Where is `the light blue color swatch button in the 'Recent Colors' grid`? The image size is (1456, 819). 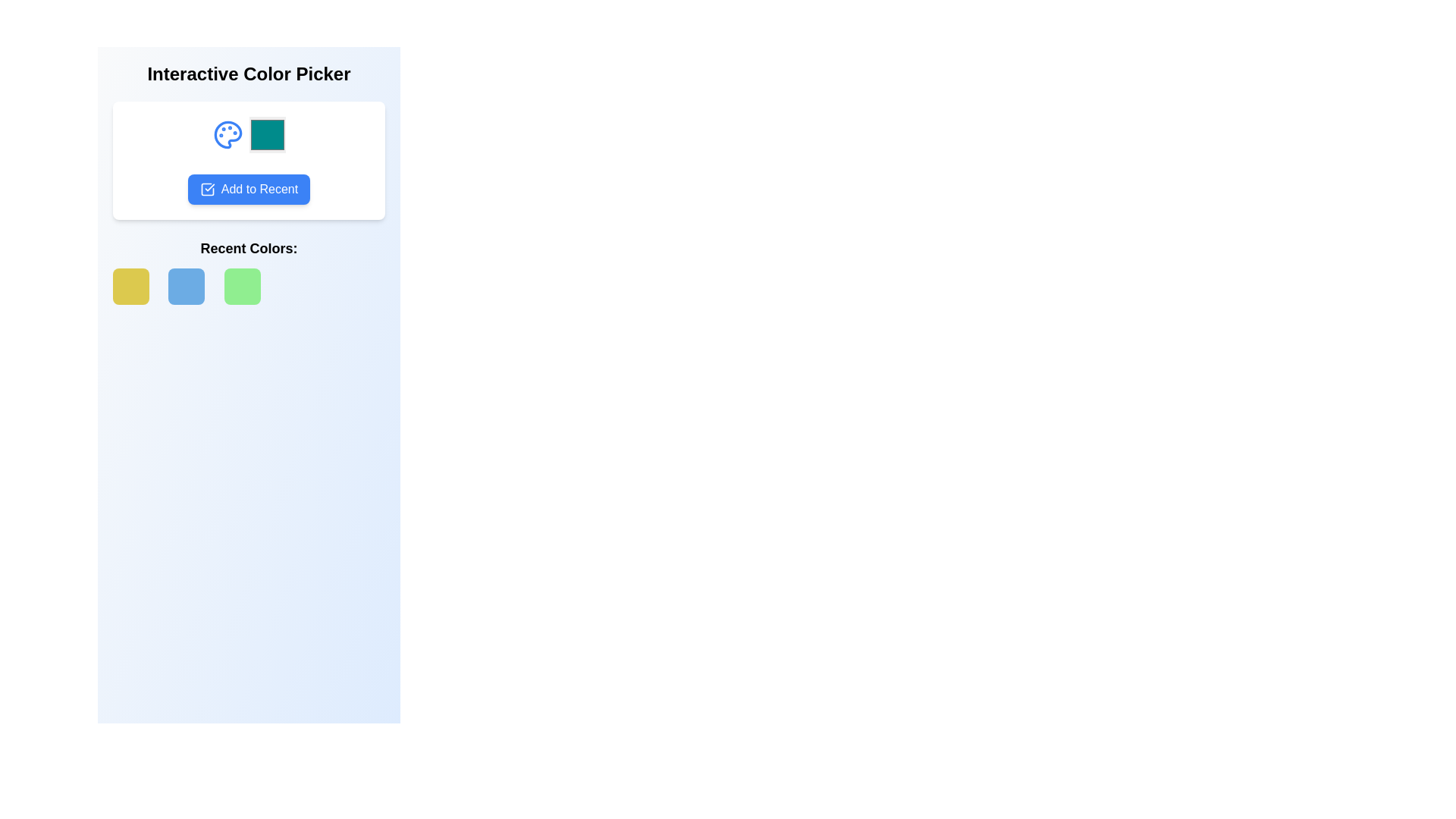 the light blue color swatch button in the 'Recent Colors' grid is located at coordinates (186, 287).